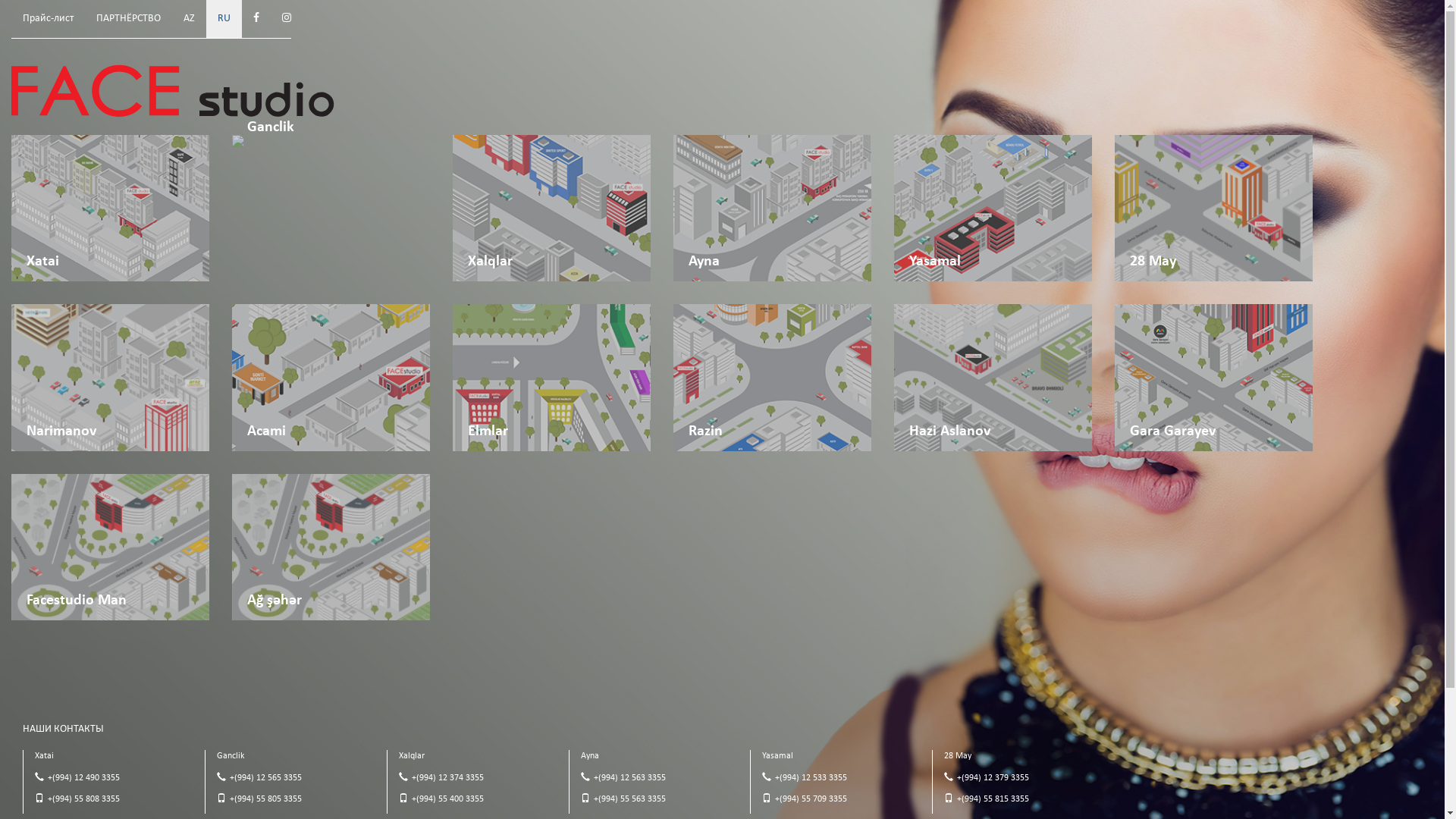  What do you see at coordinates (1213, 376) in the screenshot?
I see `'Gara Garayev'` at bounding box center [1213, 376].